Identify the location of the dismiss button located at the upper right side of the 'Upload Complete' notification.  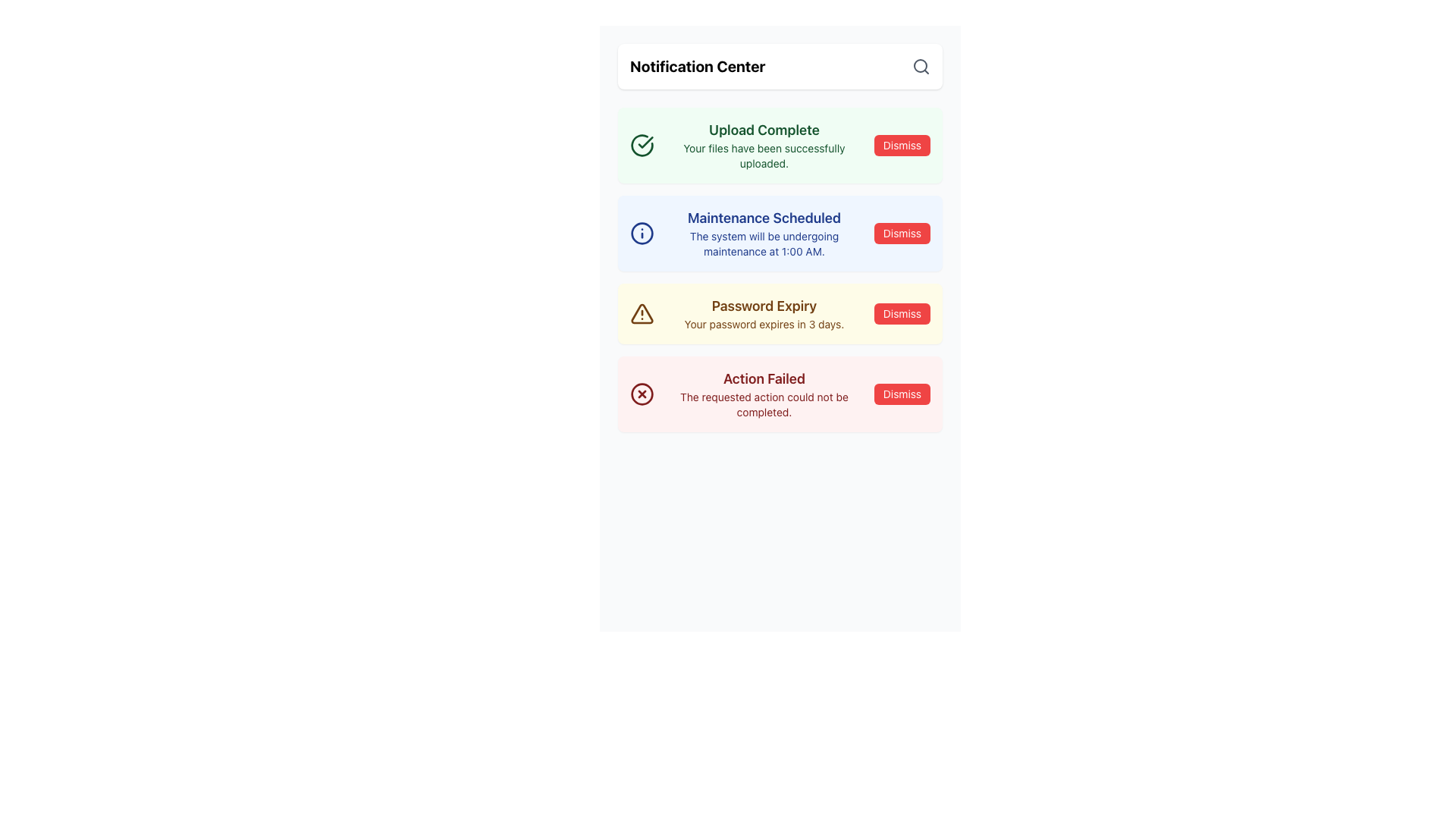
(902, 146).